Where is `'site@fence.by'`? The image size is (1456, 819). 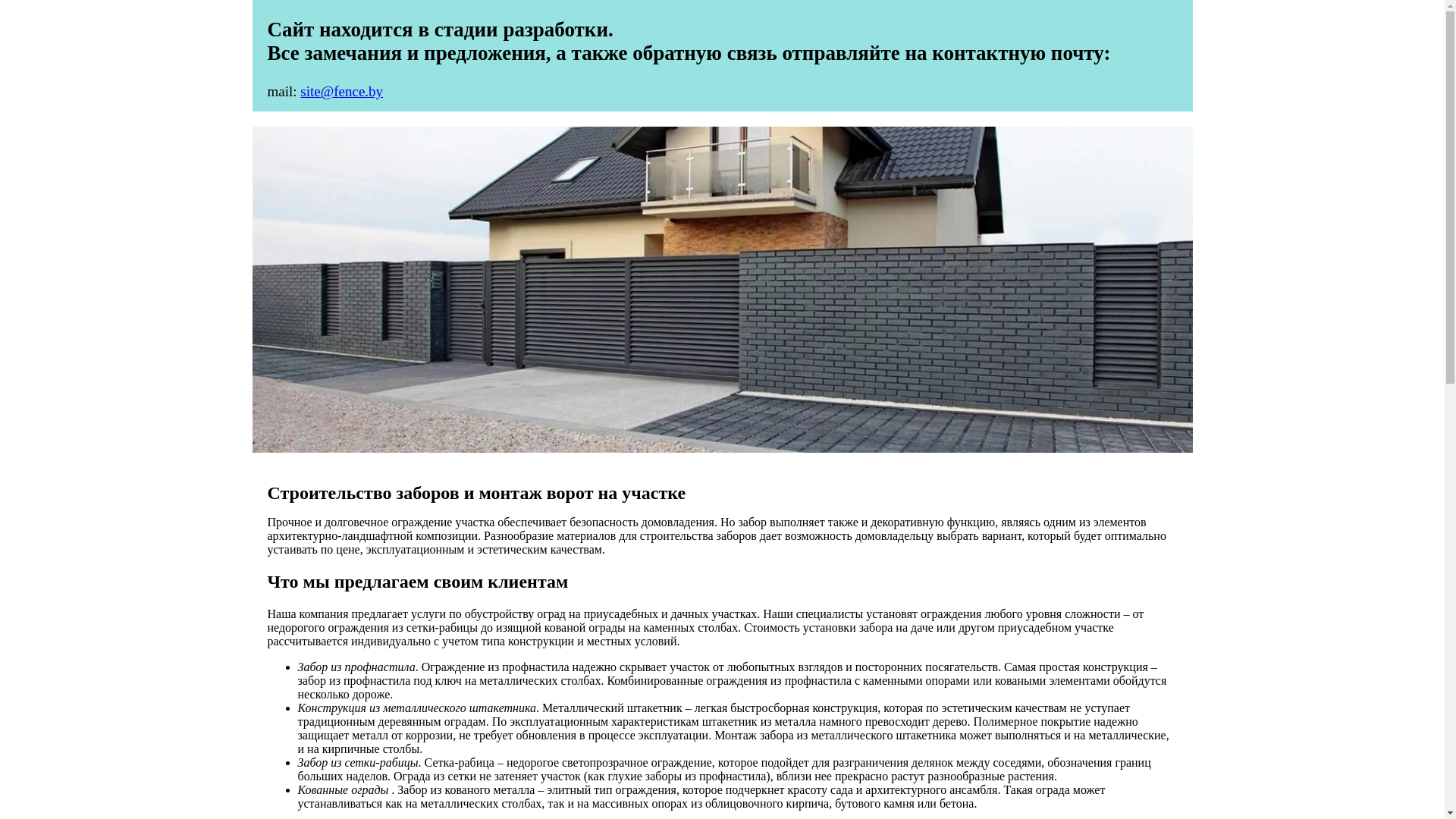
'site@fence.by' is located at coordinates (340, 91).